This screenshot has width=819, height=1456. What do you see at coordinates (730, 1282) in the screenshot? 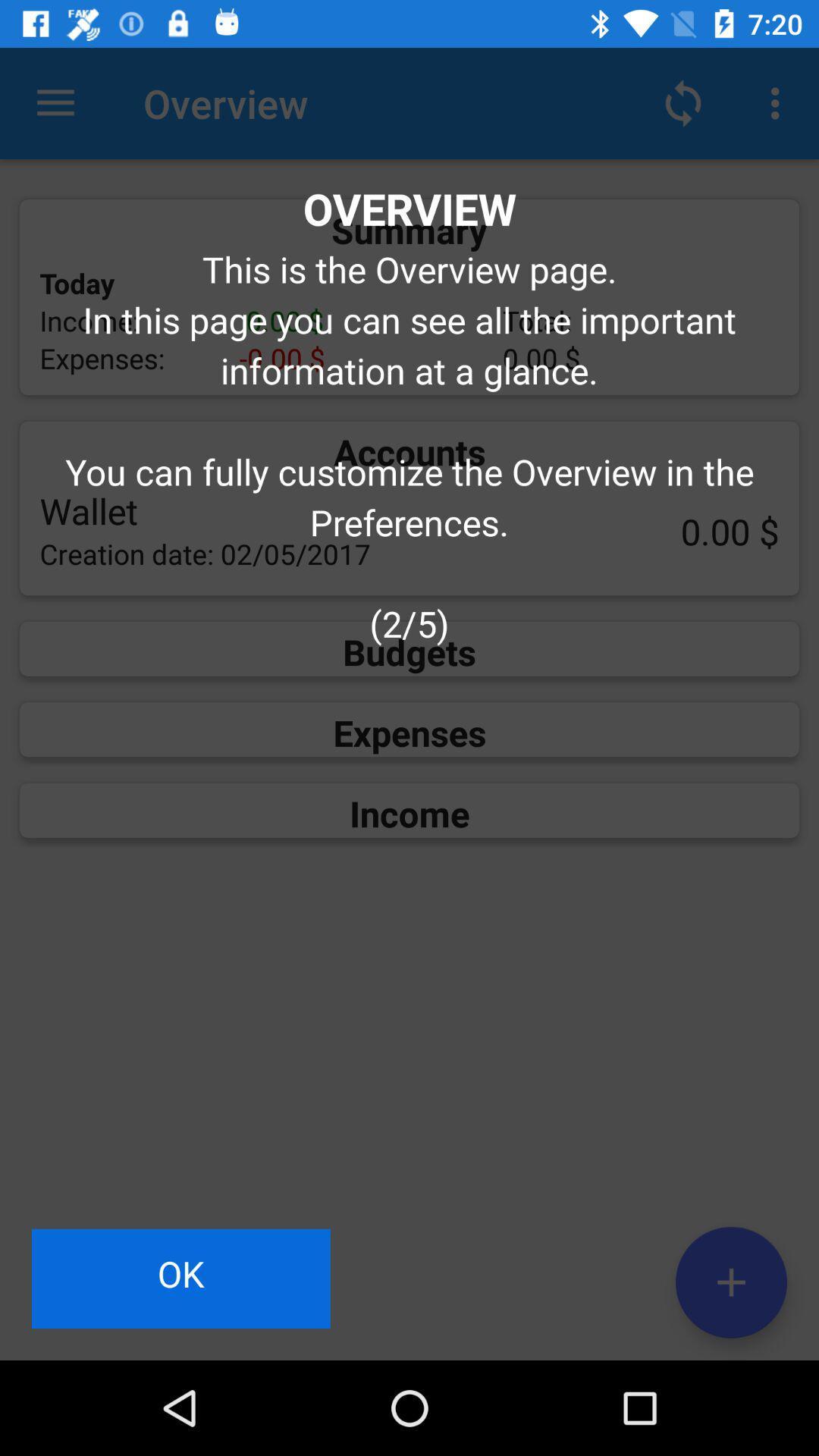
I see `the add icon` at bounding box center [730, 1282].